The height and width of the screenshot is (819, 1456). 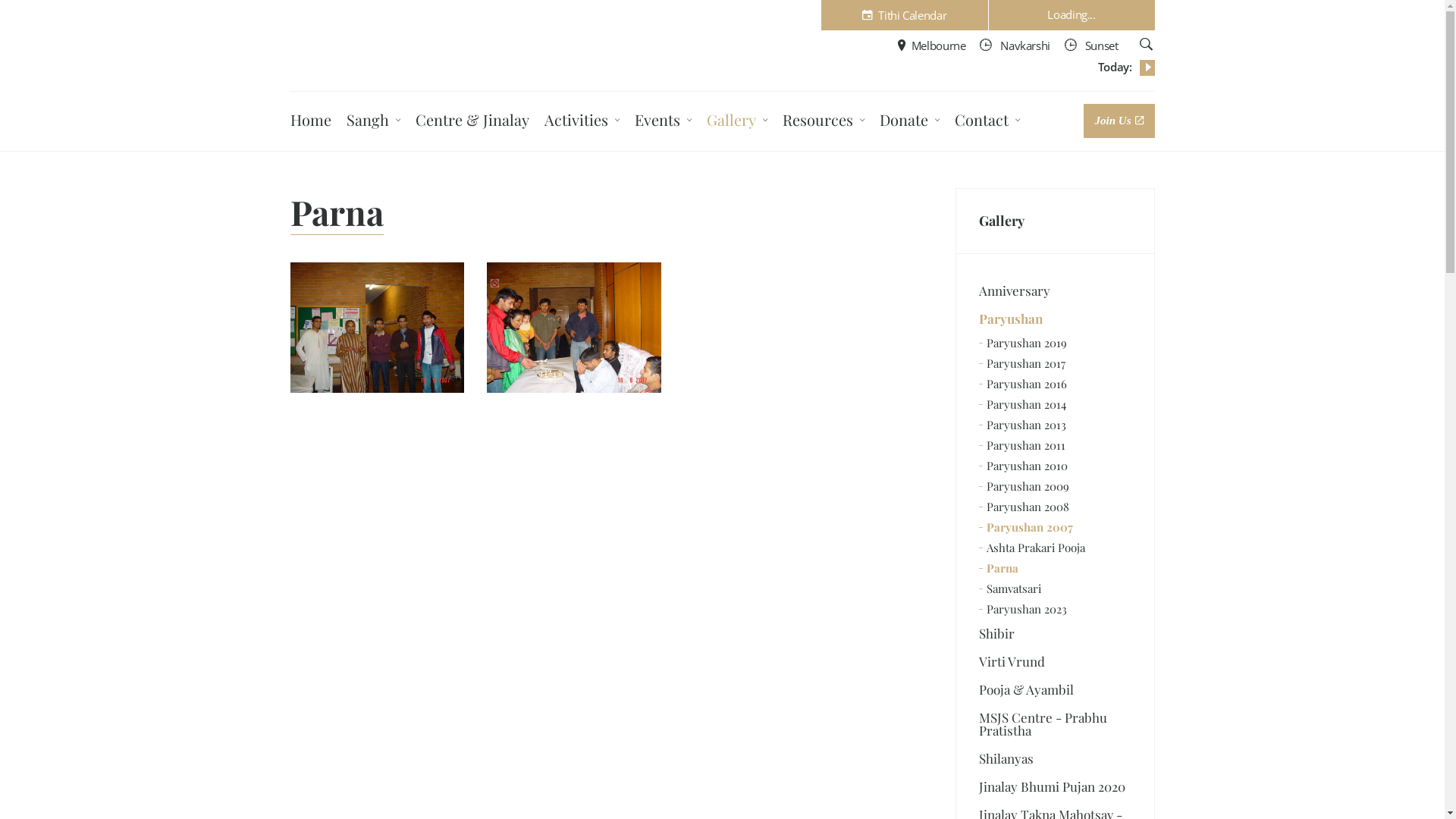 I want to click on 'Paryushan 2007', so click(x=1054, y=526).